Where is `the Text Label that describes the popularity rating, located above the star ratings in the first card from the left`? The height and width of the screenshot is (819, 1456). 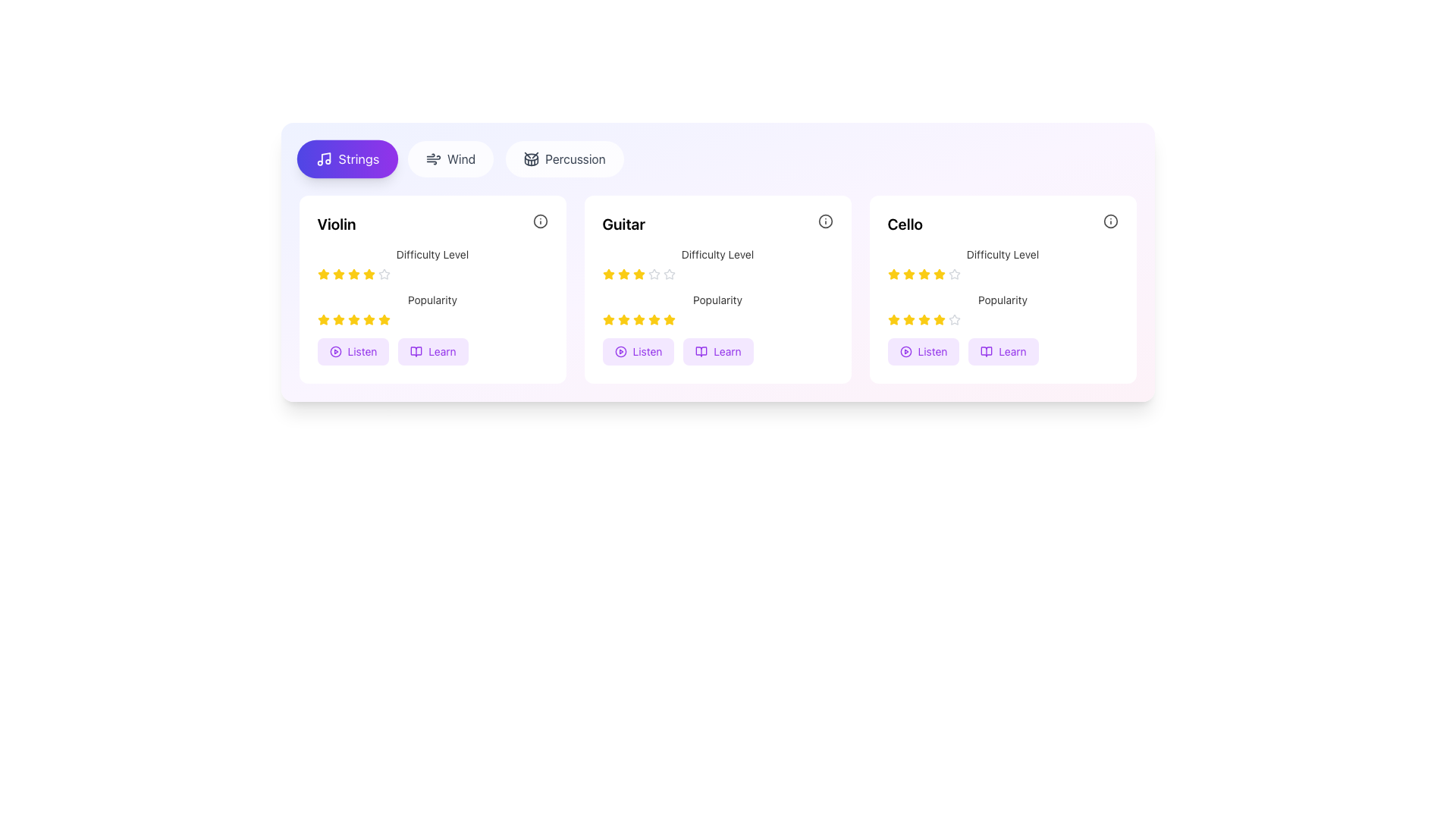 the Text Label that describes the popularity rating, located above the star ratings in the first card from the left is located at coordinates (431, 300).